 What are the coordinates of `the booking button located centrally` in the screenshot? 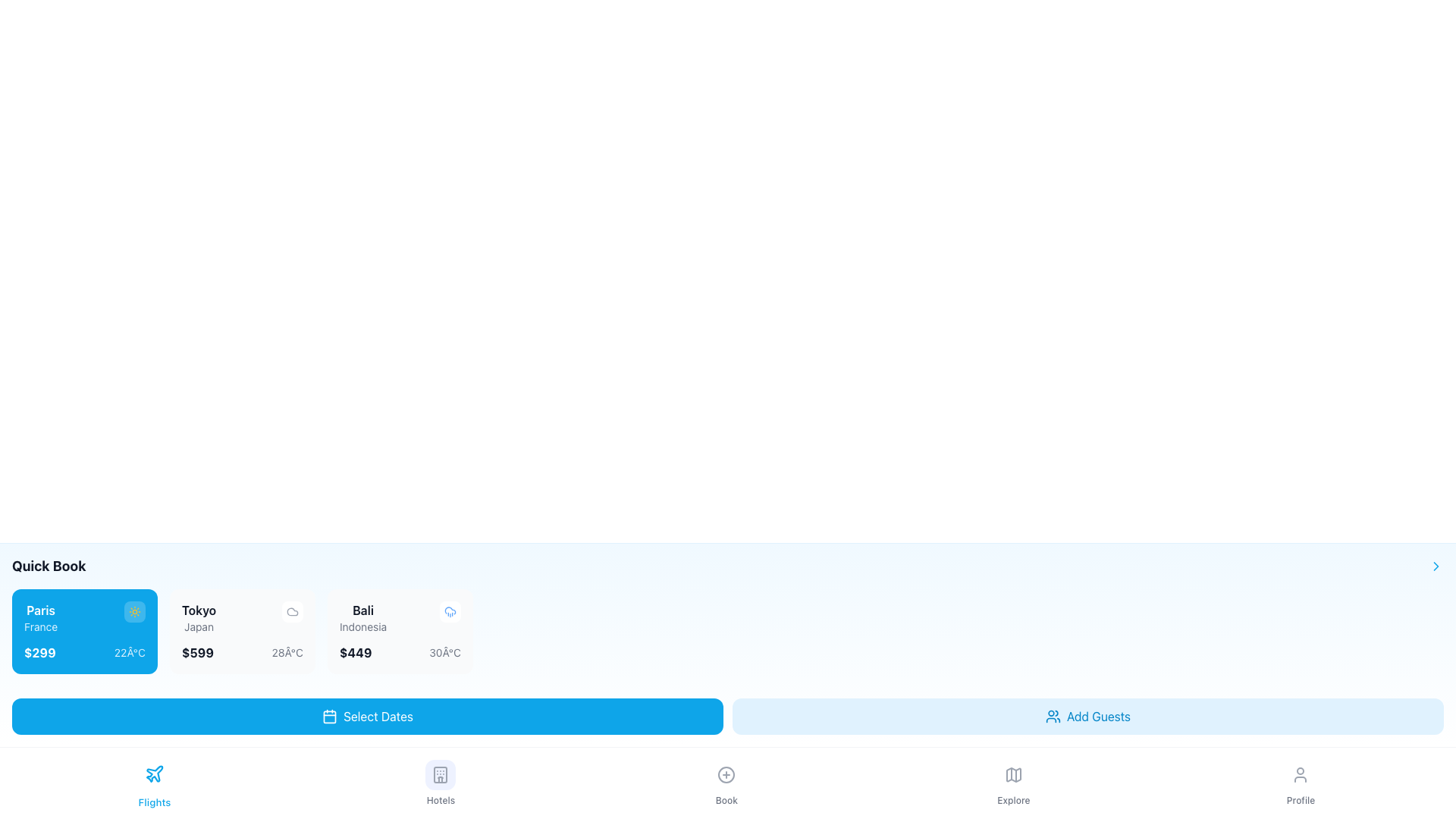 It's located at (726, 783).